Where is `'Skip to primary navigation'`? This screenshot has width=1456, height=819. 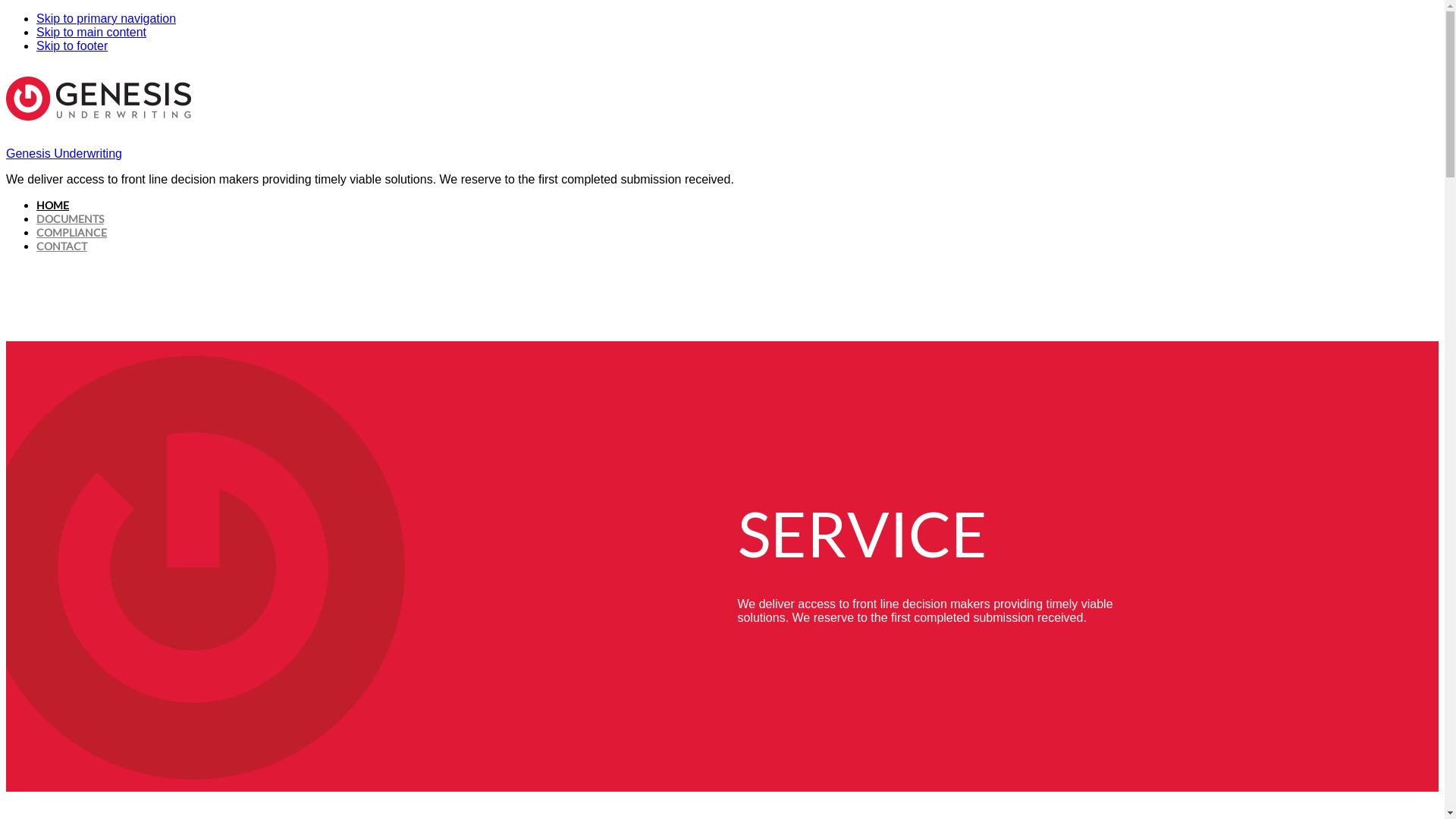 'Skip to primary navigation' is located at coordinates (105, 18).